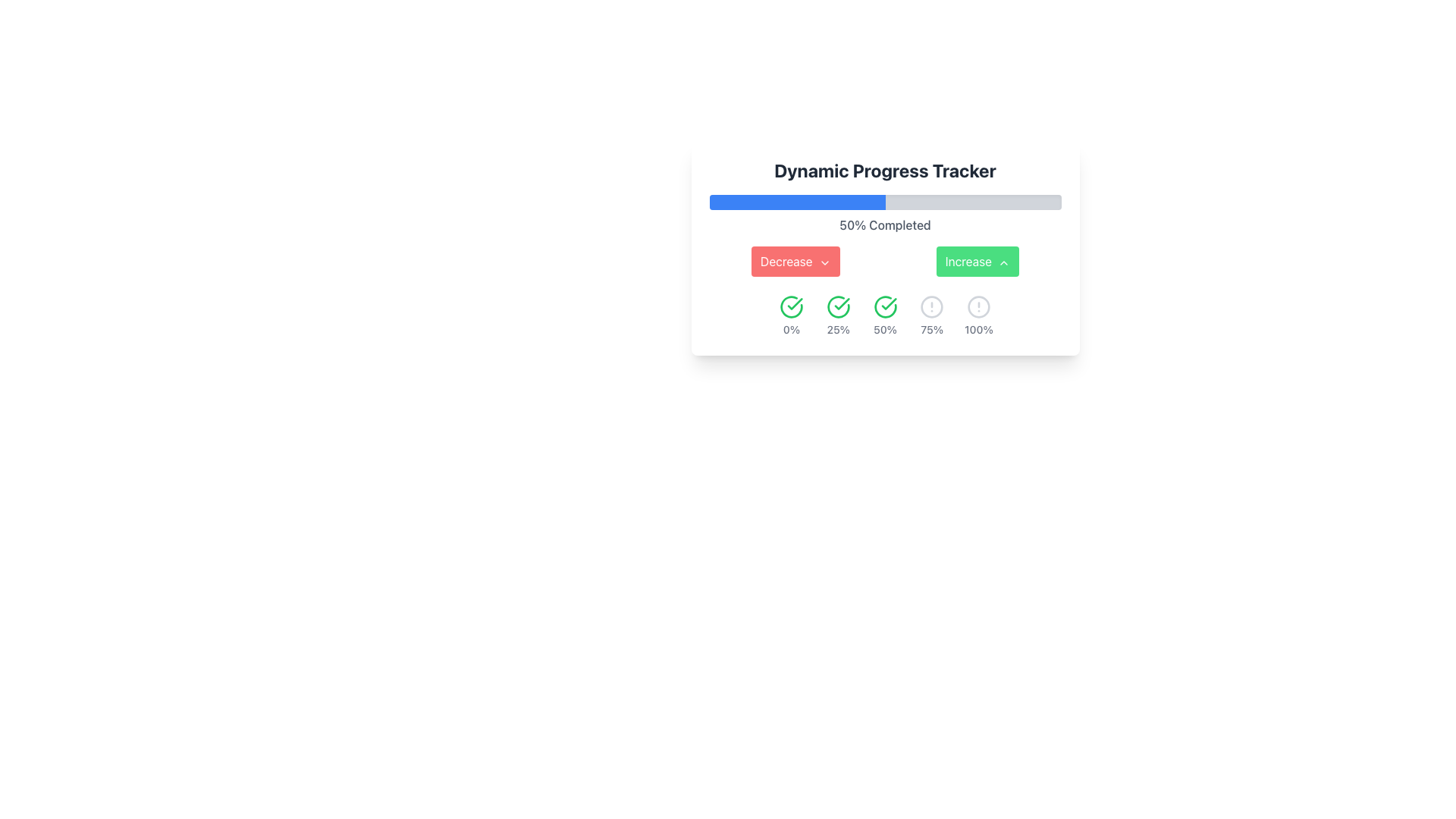 The height and width of the screenshot is (819, 1456). I want to click on the blue rectangular progress bar with rounded corners, which is part of the 'Dynamic Progress Tracker' interface and indicates progress, so click(796, 201).